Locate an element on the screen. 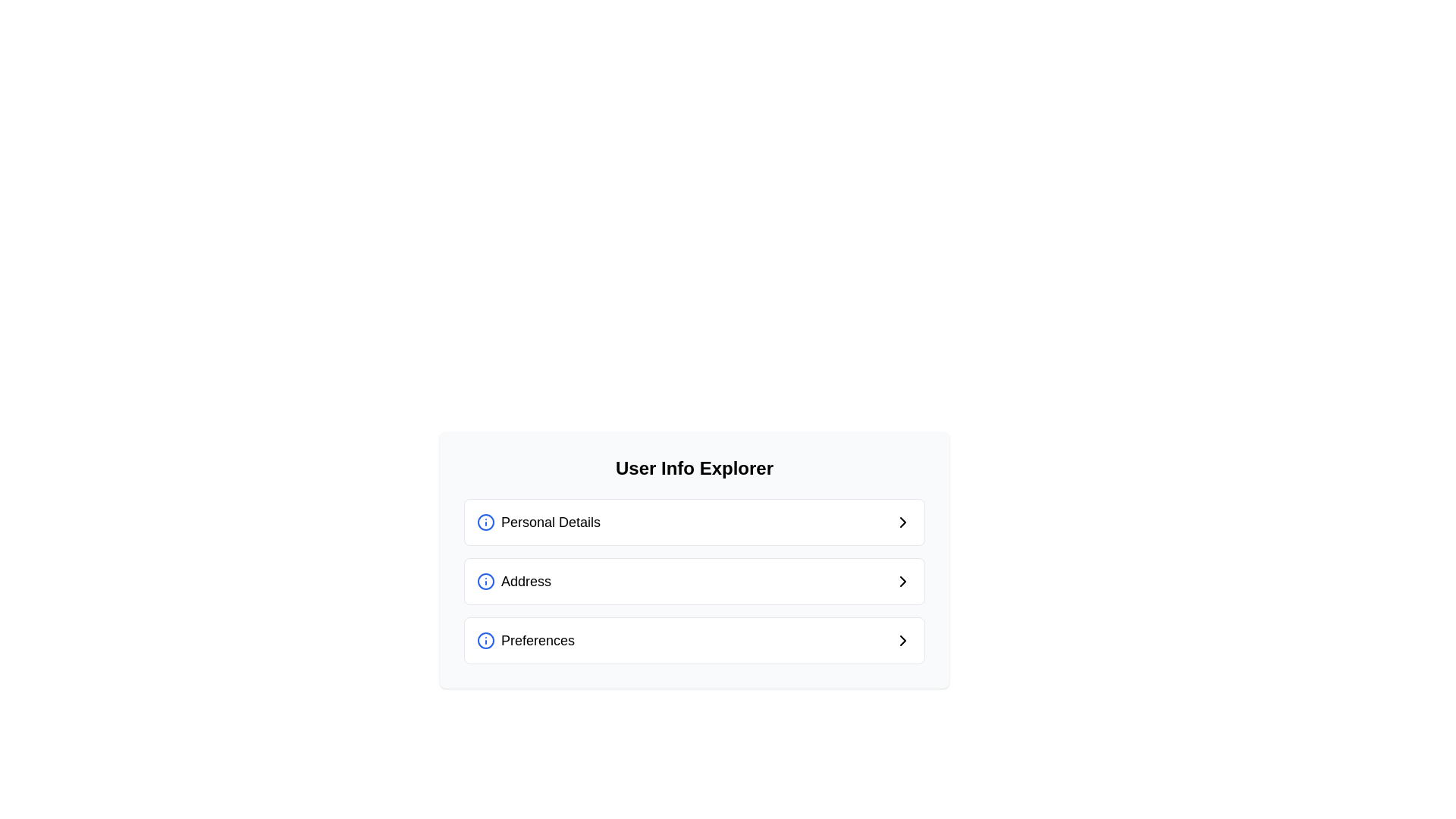 The image size is (1456, 819). the SVG Circle element, which is a circular shape with a blue stroke color, centrally positioned in the third row of the list items is located at coordinates (486, 640).